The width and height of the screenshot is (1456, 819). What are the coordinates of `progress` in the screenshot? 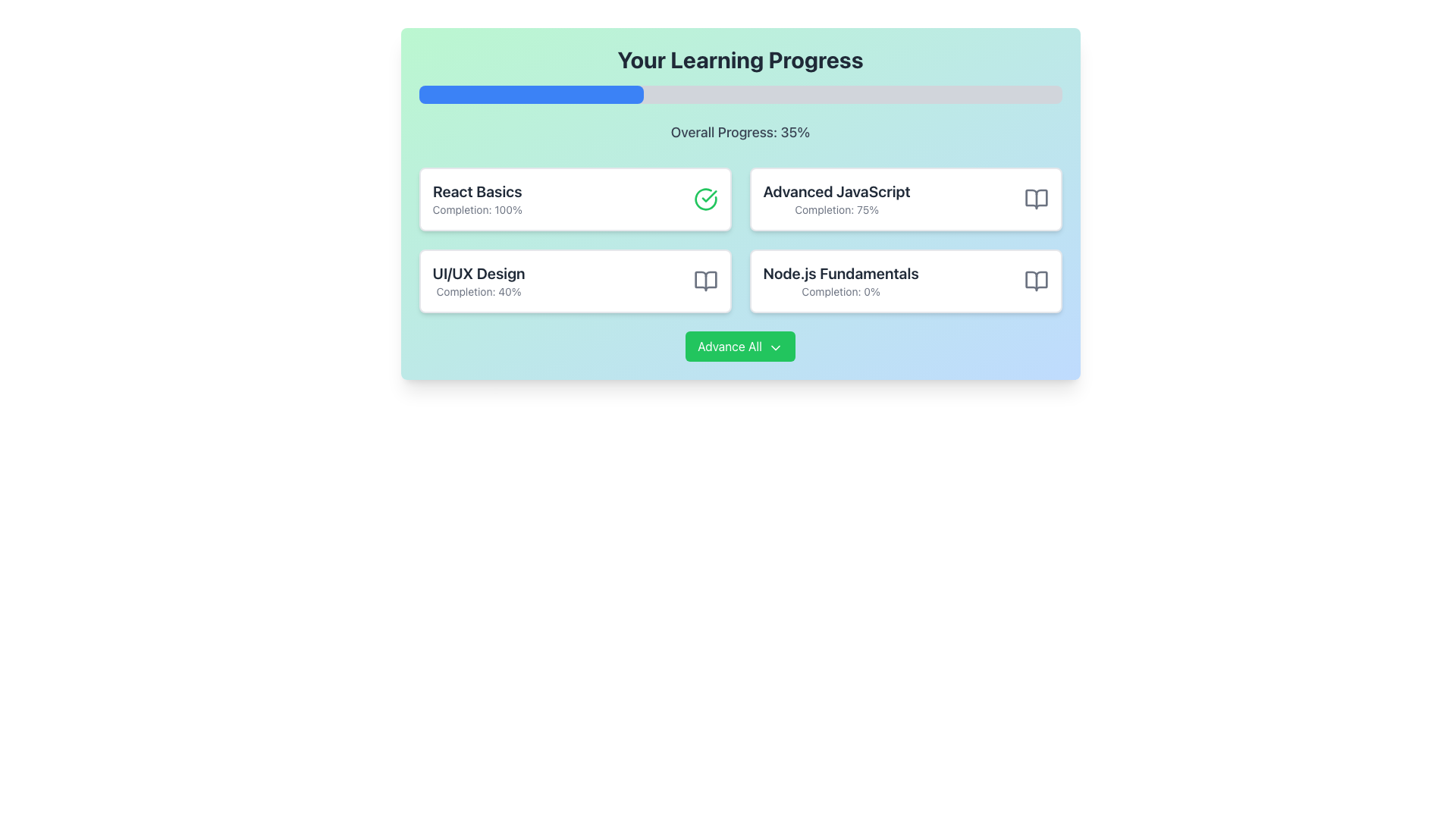 It's located at (669, 94).